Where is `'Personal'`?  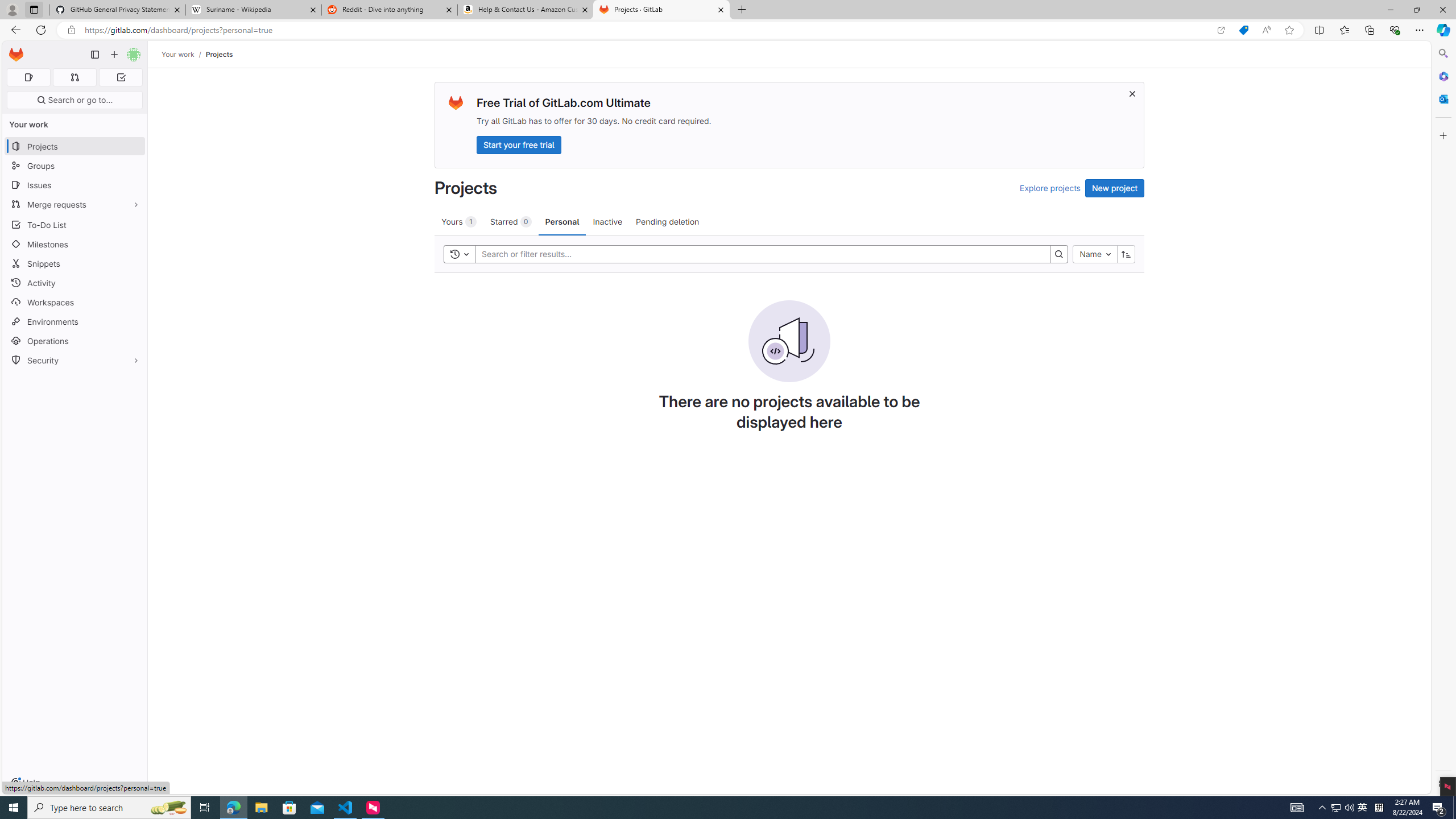 'Personal' is located at coordinates (562, 221).